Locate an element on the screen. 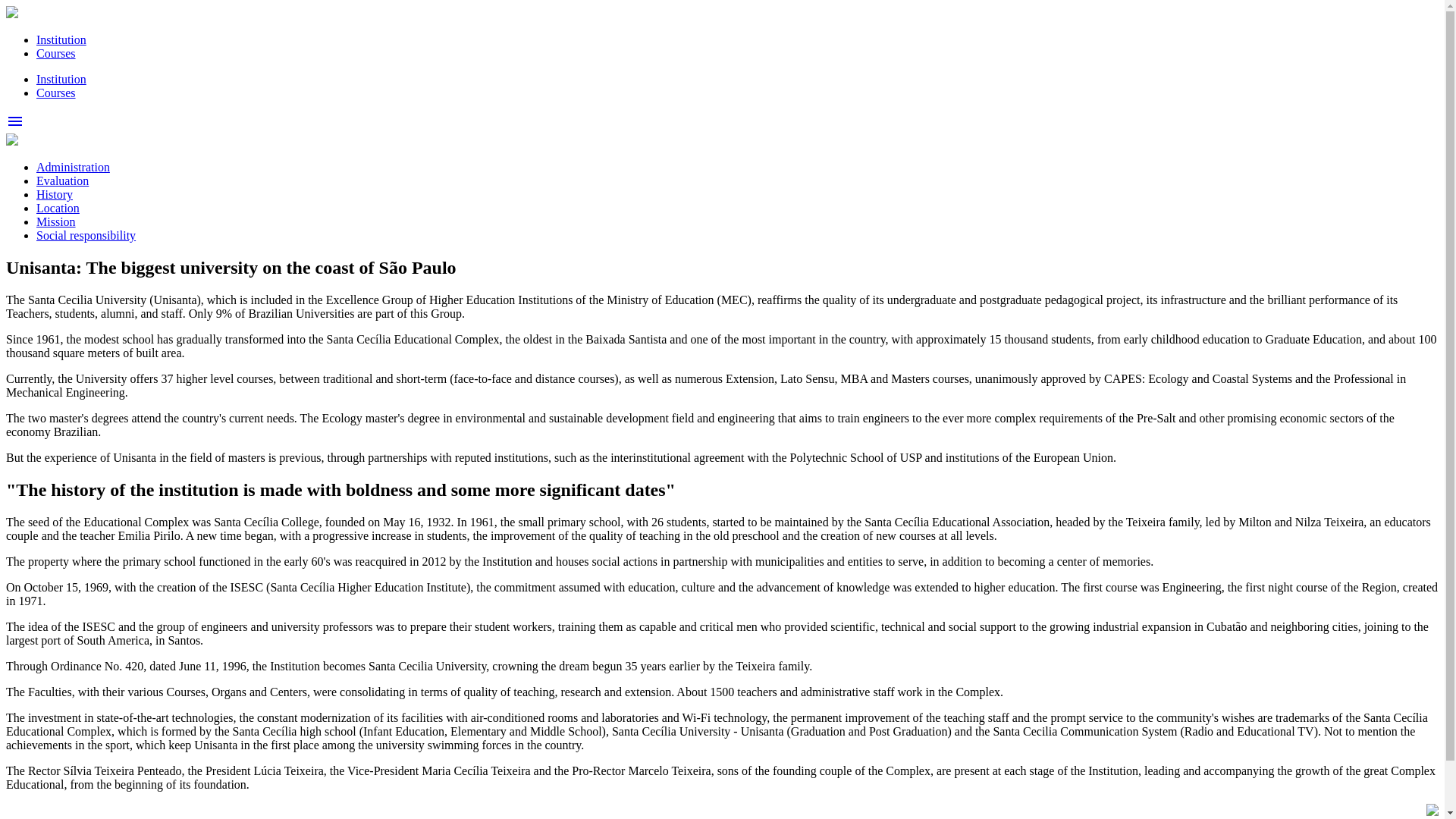 This screenshot has width=1456, height=819. 'Institution' is located at coordinates (61, 79).